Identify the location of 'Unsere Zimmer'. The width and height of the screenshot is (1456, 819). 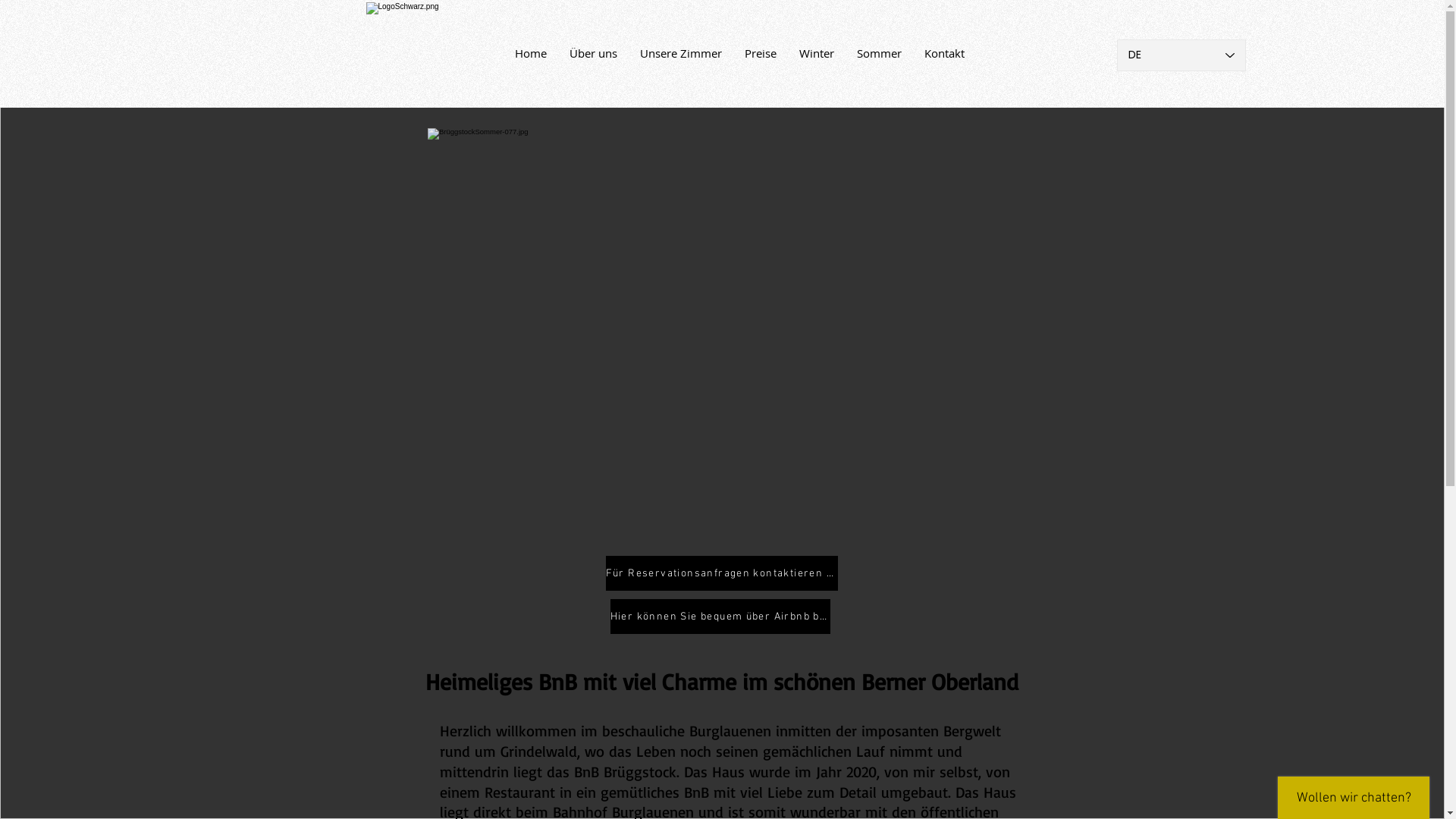
(679, 52).